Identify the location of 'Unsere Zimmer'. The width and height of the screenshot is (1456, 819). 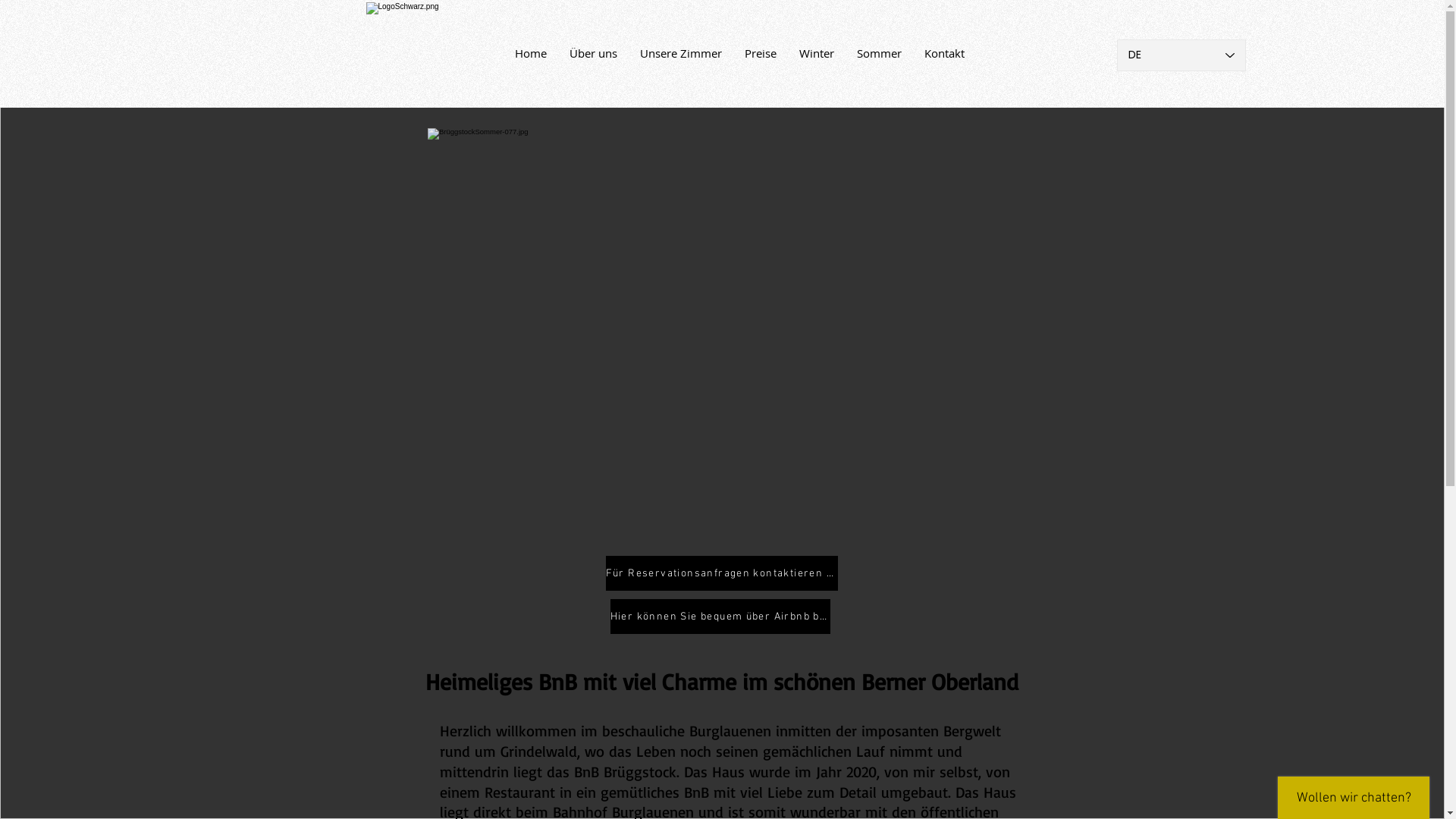
(679, 52).